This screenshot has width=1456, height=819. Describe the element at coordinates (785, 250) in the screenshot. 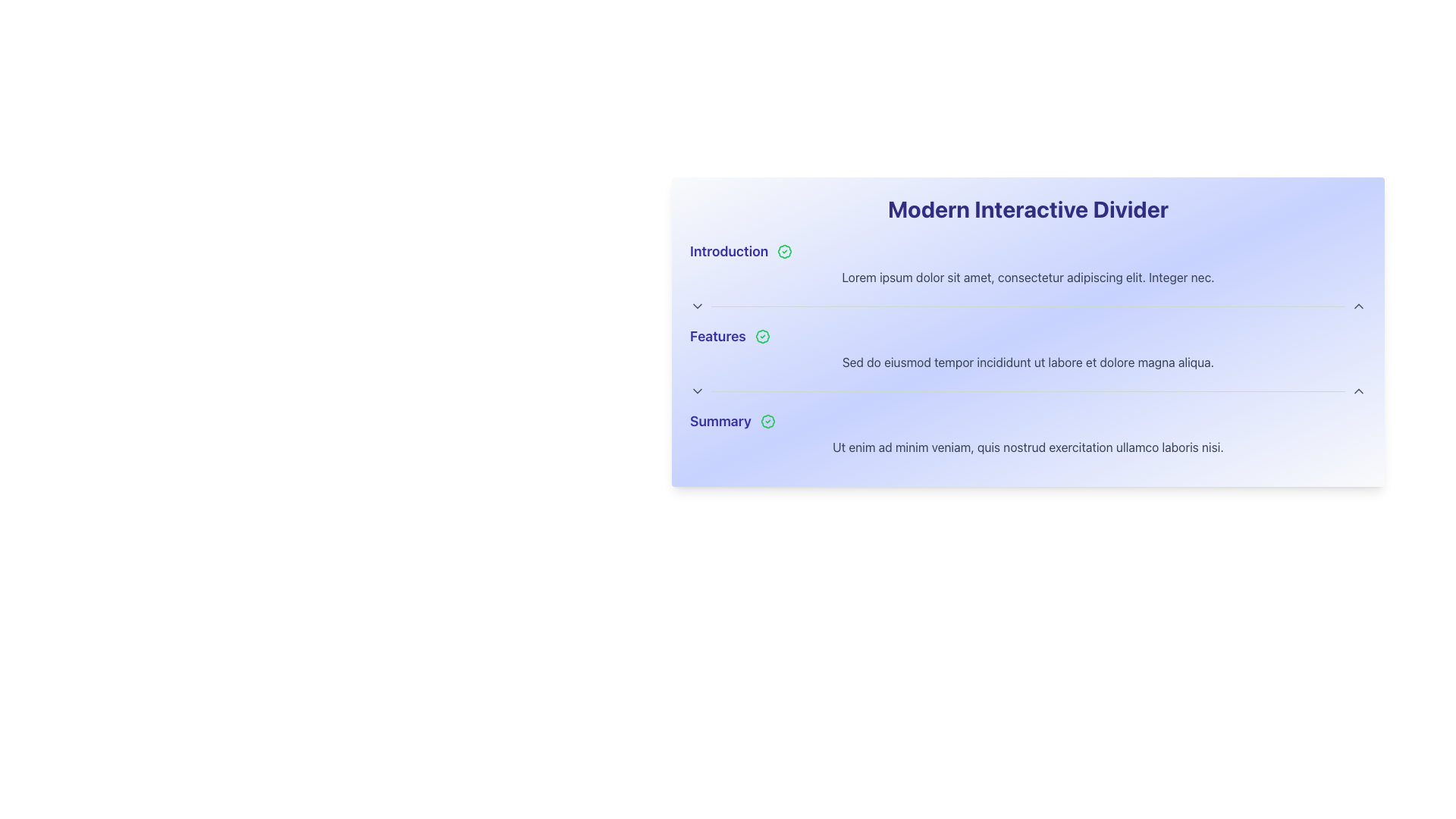

I see `the green circular badge icon with a checkmark, located to the right of the text 'Introduction' in bold indigo font` at that location.